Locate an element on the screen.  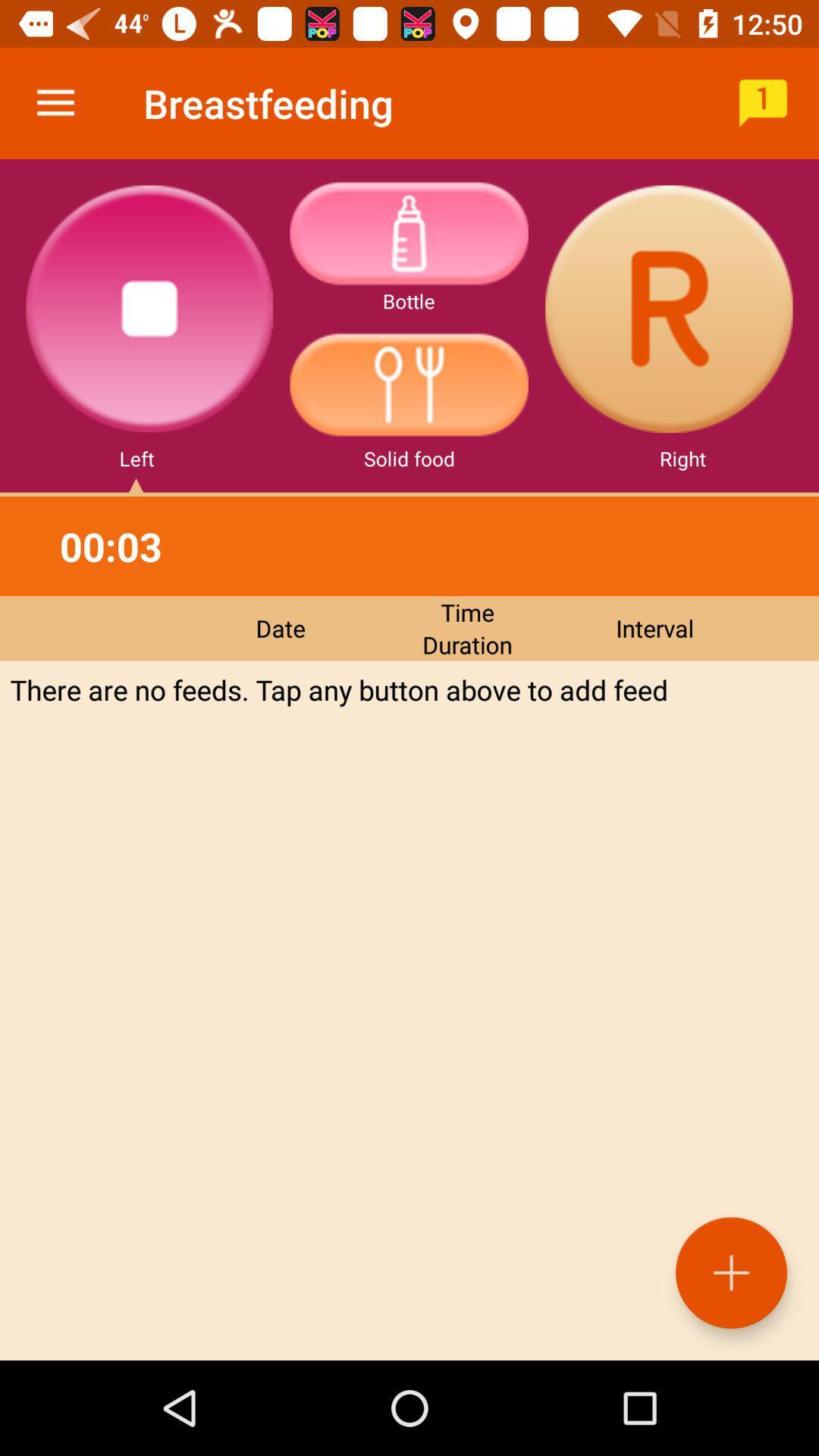
the more icon is located at coordinates (408, 232).